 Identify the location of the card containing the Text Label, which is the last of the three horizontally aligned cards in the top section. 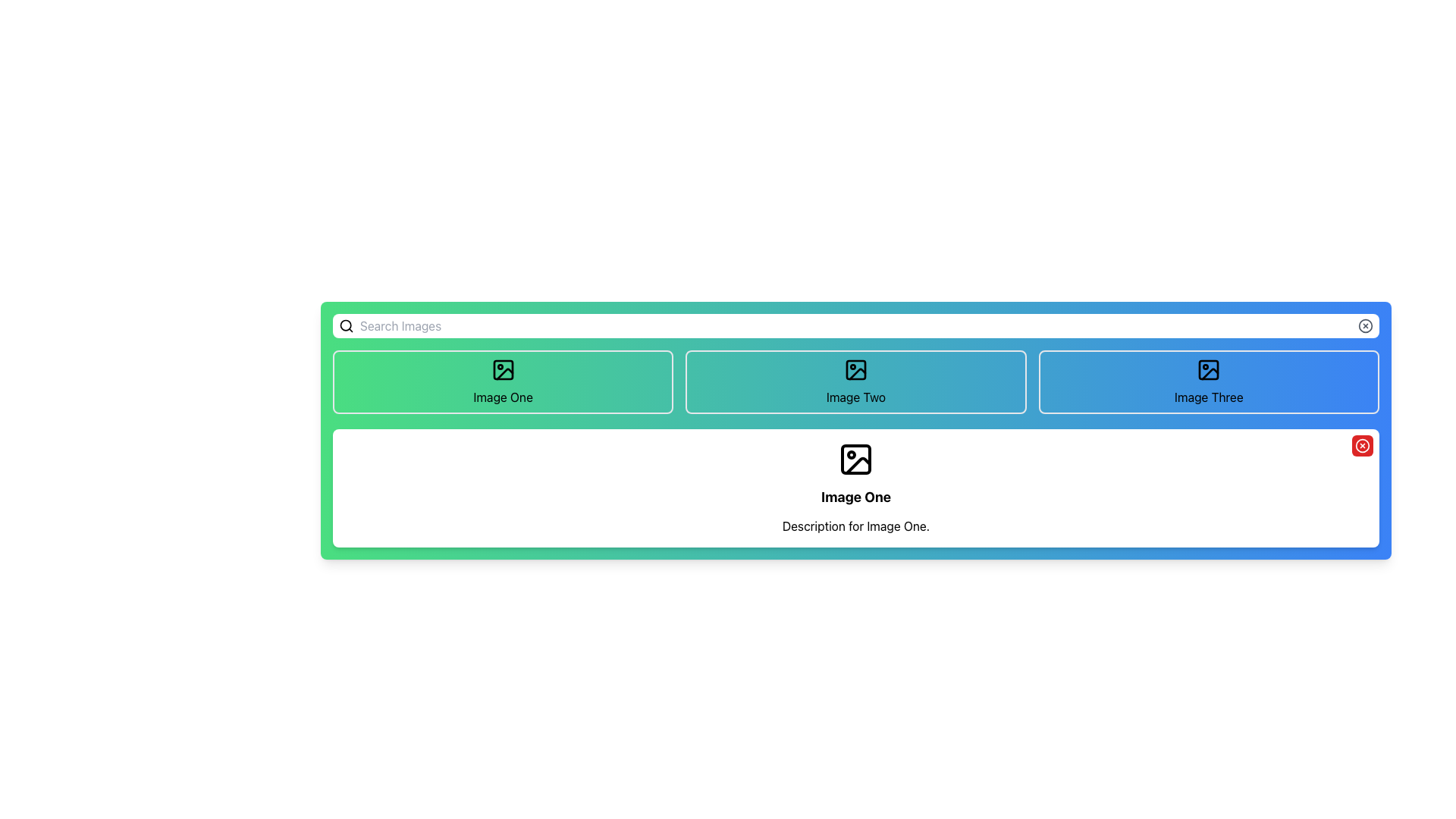
(1208, 397).